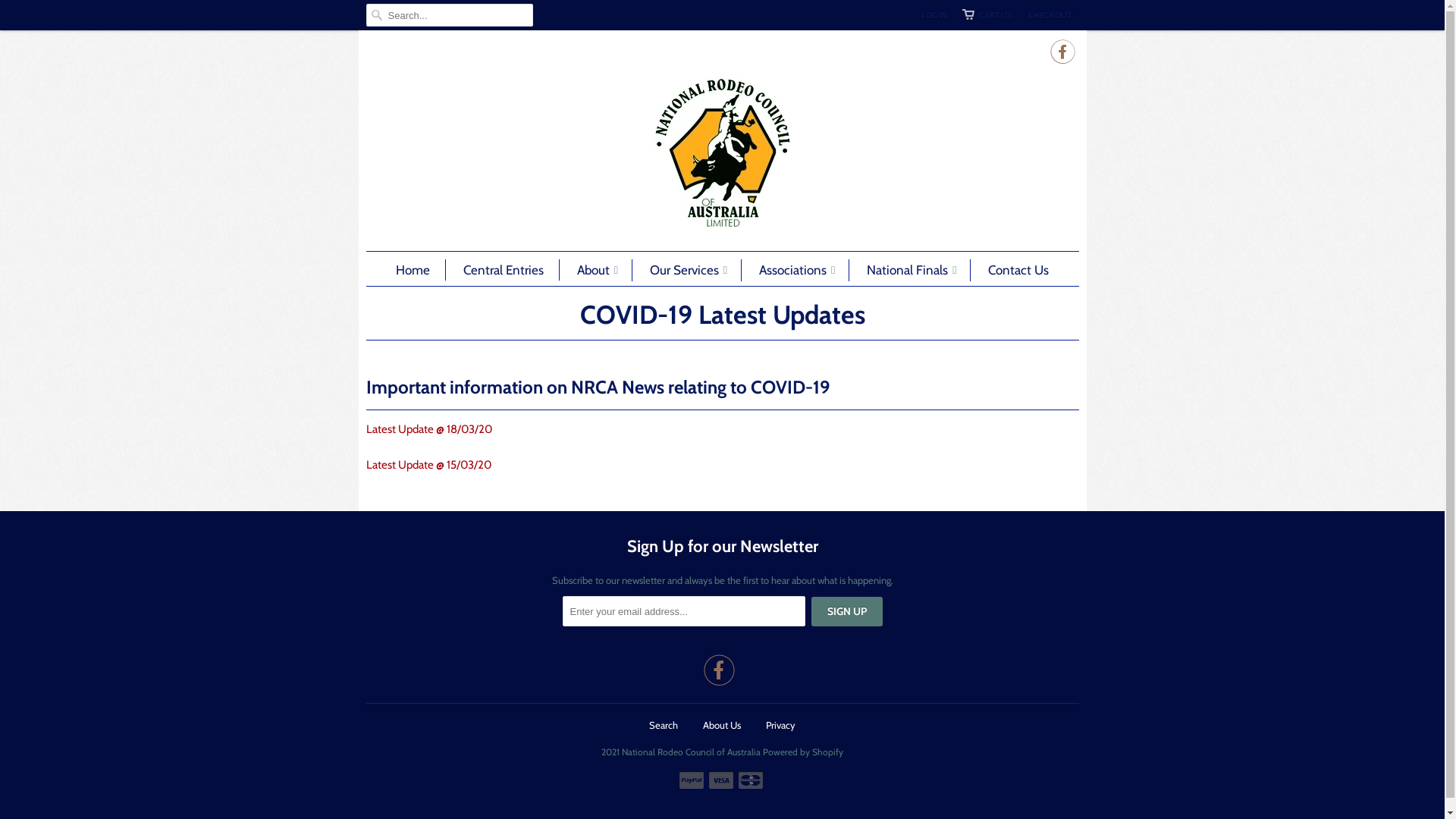  What do you see at coordinates (396, 268) in the screenshot?
I see `'Home'` at bounding box center [396, 268].